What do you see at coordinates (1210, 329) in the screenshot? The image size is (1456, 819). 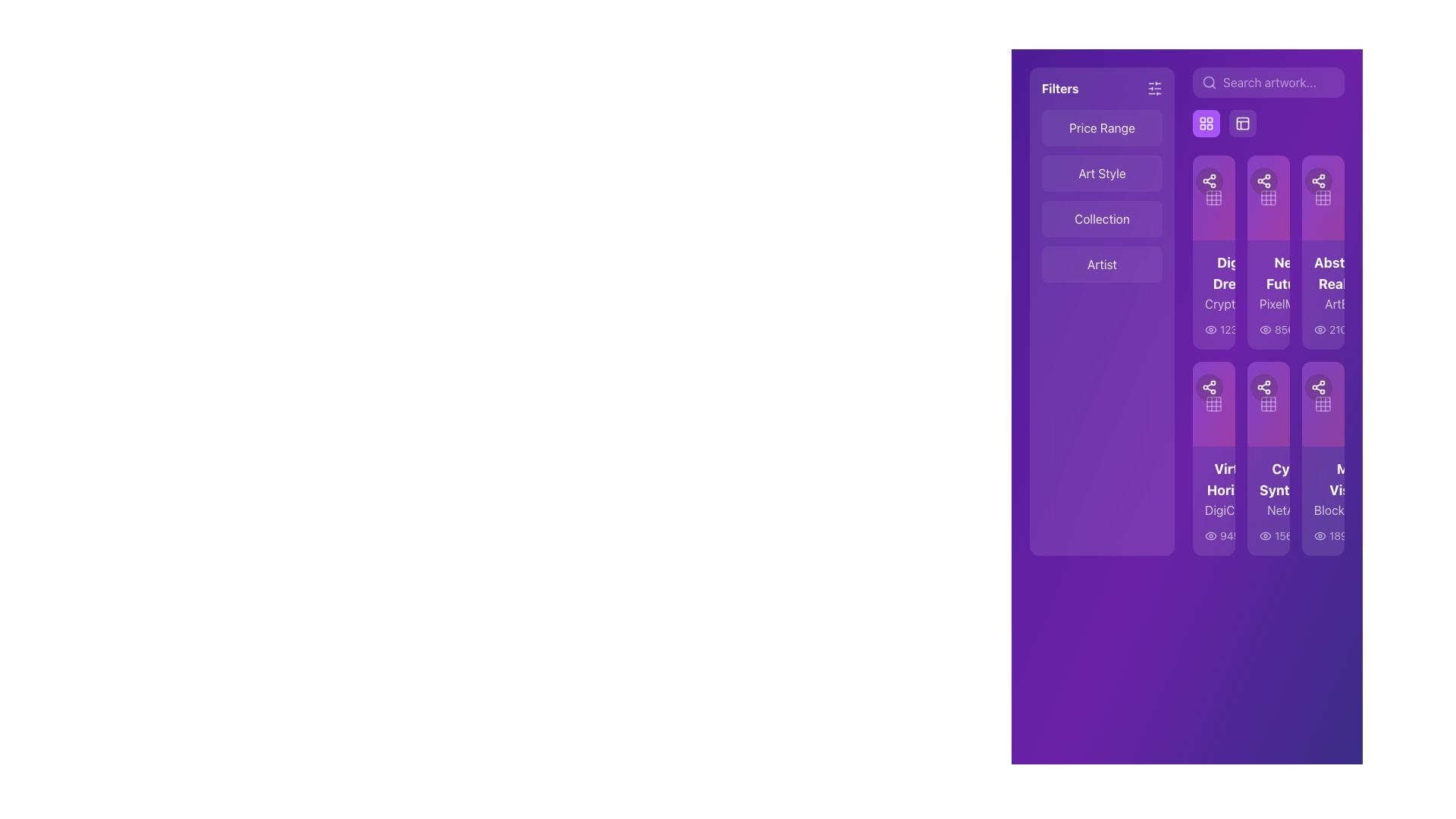 I see `the eye-shaped icon, which is part of a card-like component in the right-side grid, by clicking on its center point` at bounding box center [1210, 329].